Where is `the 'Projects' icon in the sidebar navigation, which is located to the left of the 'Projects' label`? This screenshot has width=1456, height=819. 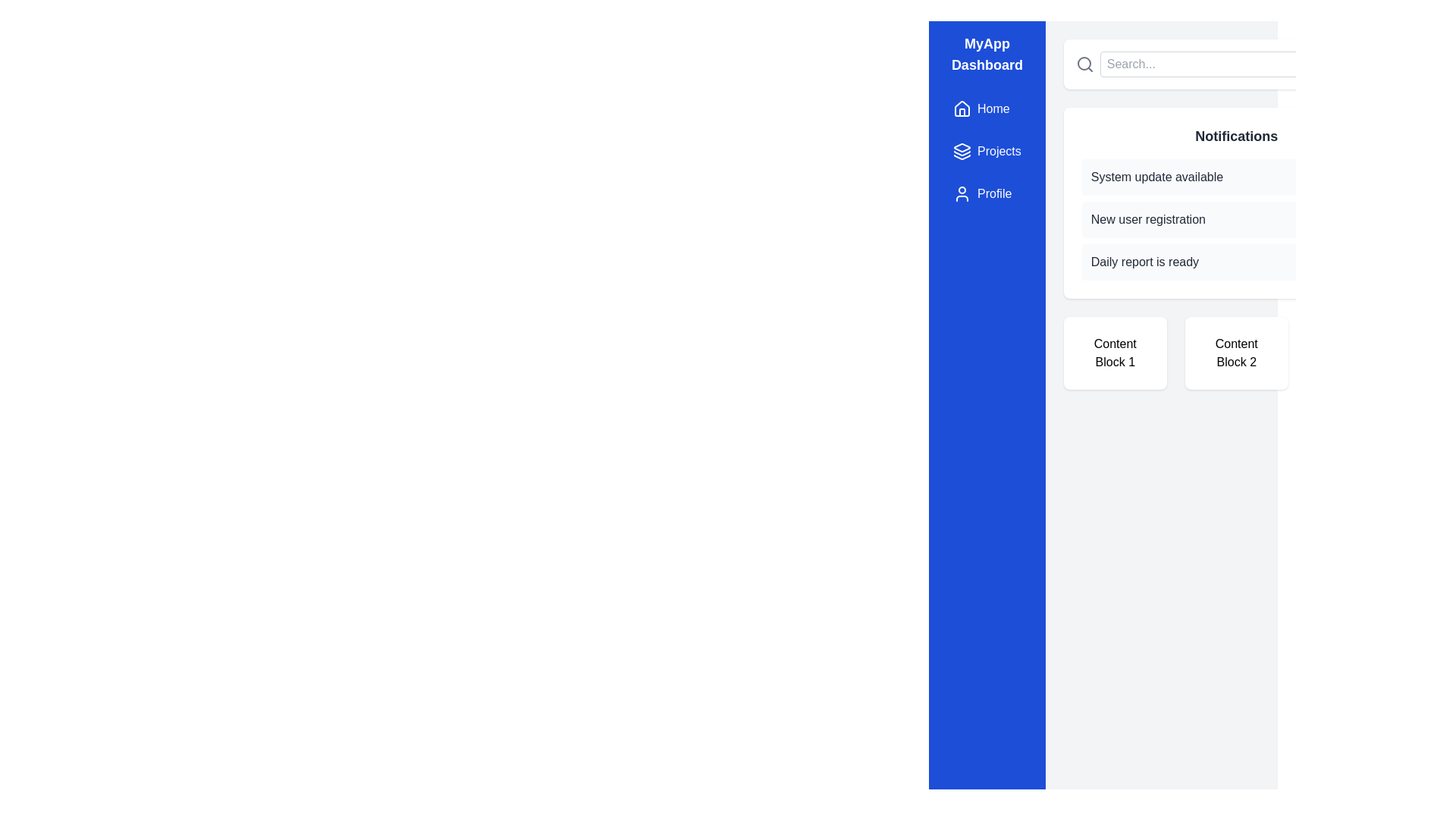
the 'Projects' icon in the sidebar navigation, which is located to the left of the 'Projects' label is located at coordinates (961, 152).